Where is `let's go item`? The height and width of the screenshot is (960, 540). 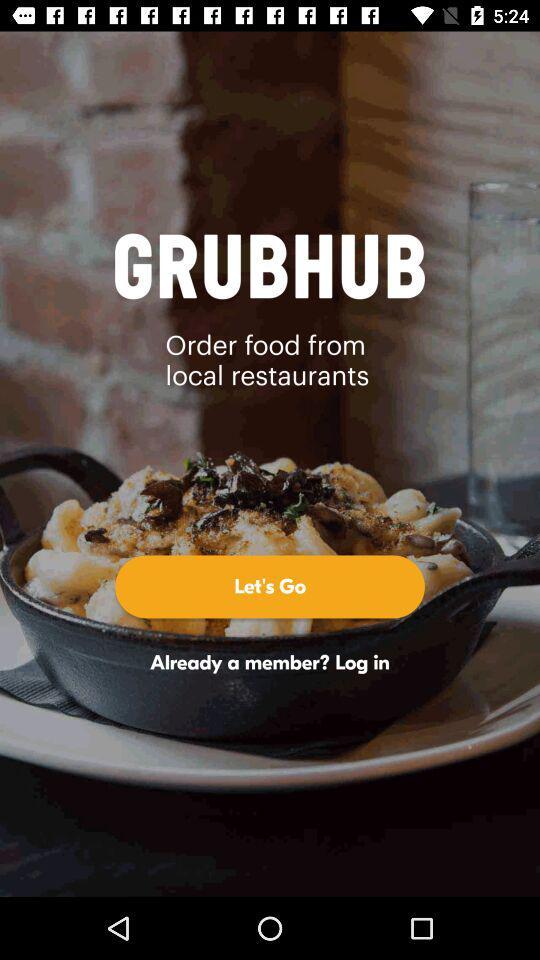
let's go item is located at coordinates (270, 586).